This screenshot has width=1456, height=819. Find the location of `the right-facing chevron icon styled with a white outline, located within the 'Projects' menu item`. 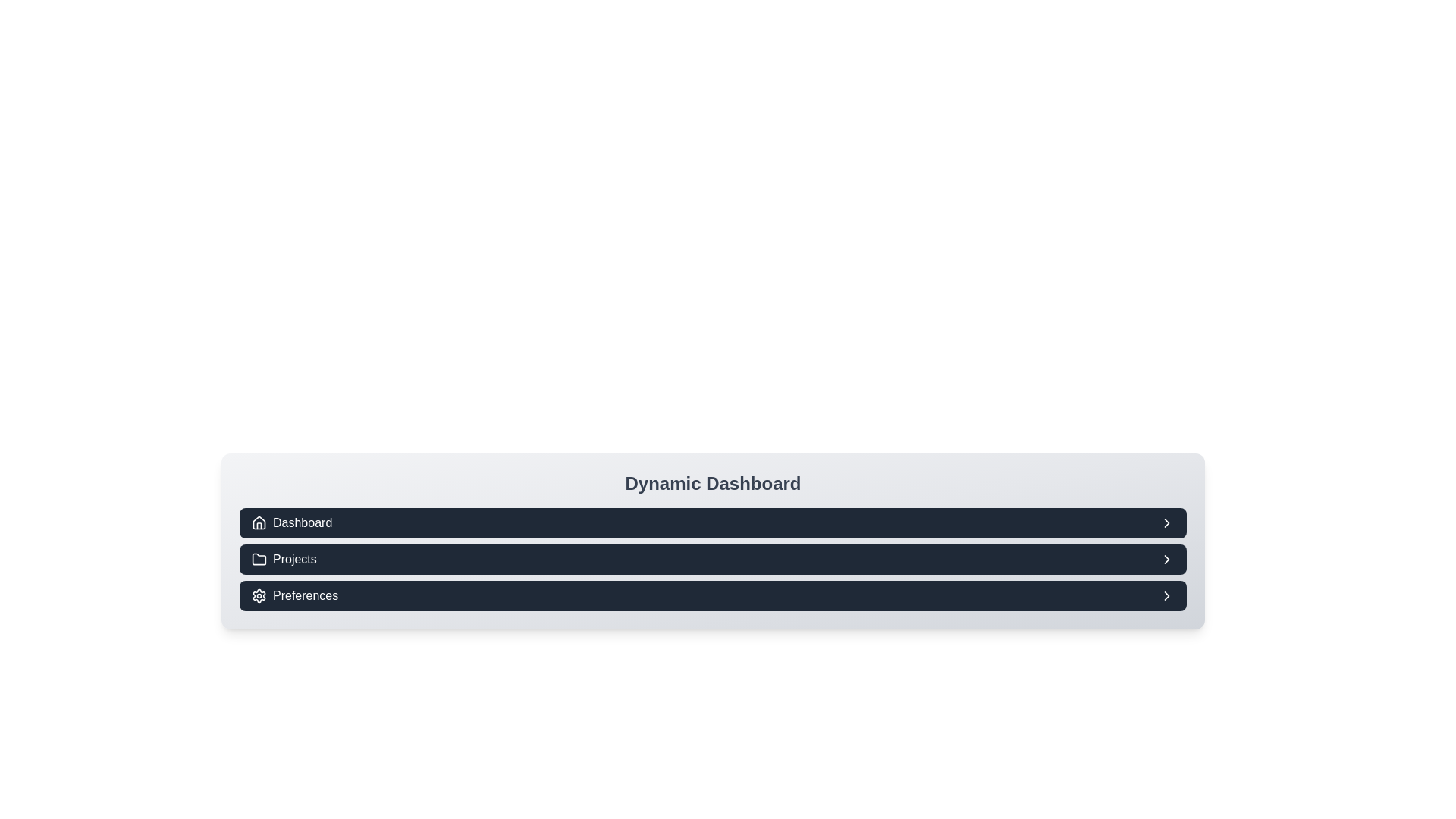

the right-facing chevron icon styled with a white outline, located within the 'Projects' menu item is located at coordinates (1166, 559).